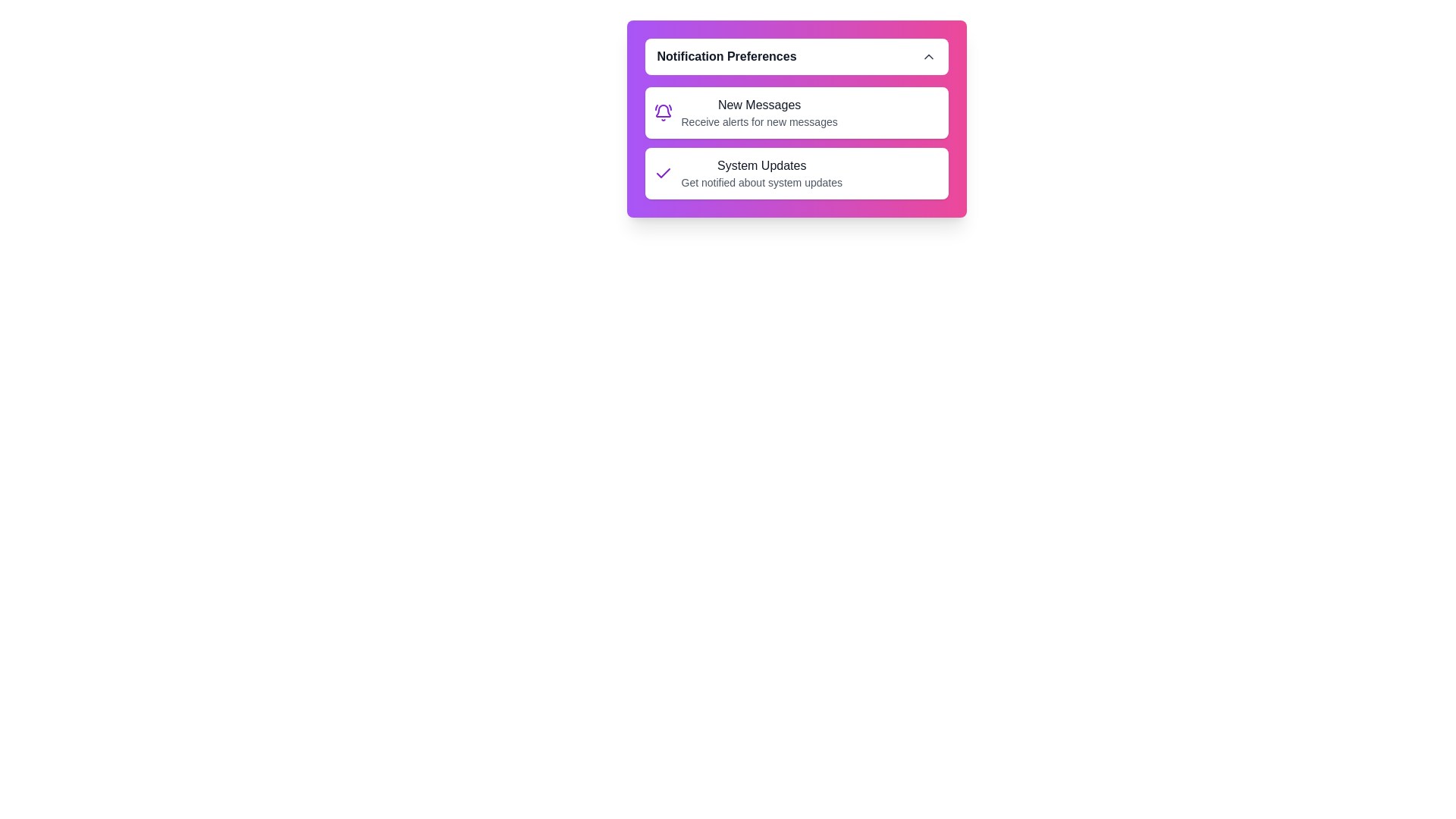  I want to click on the notification item New Messages to view its hover effect, so click(795, 112).